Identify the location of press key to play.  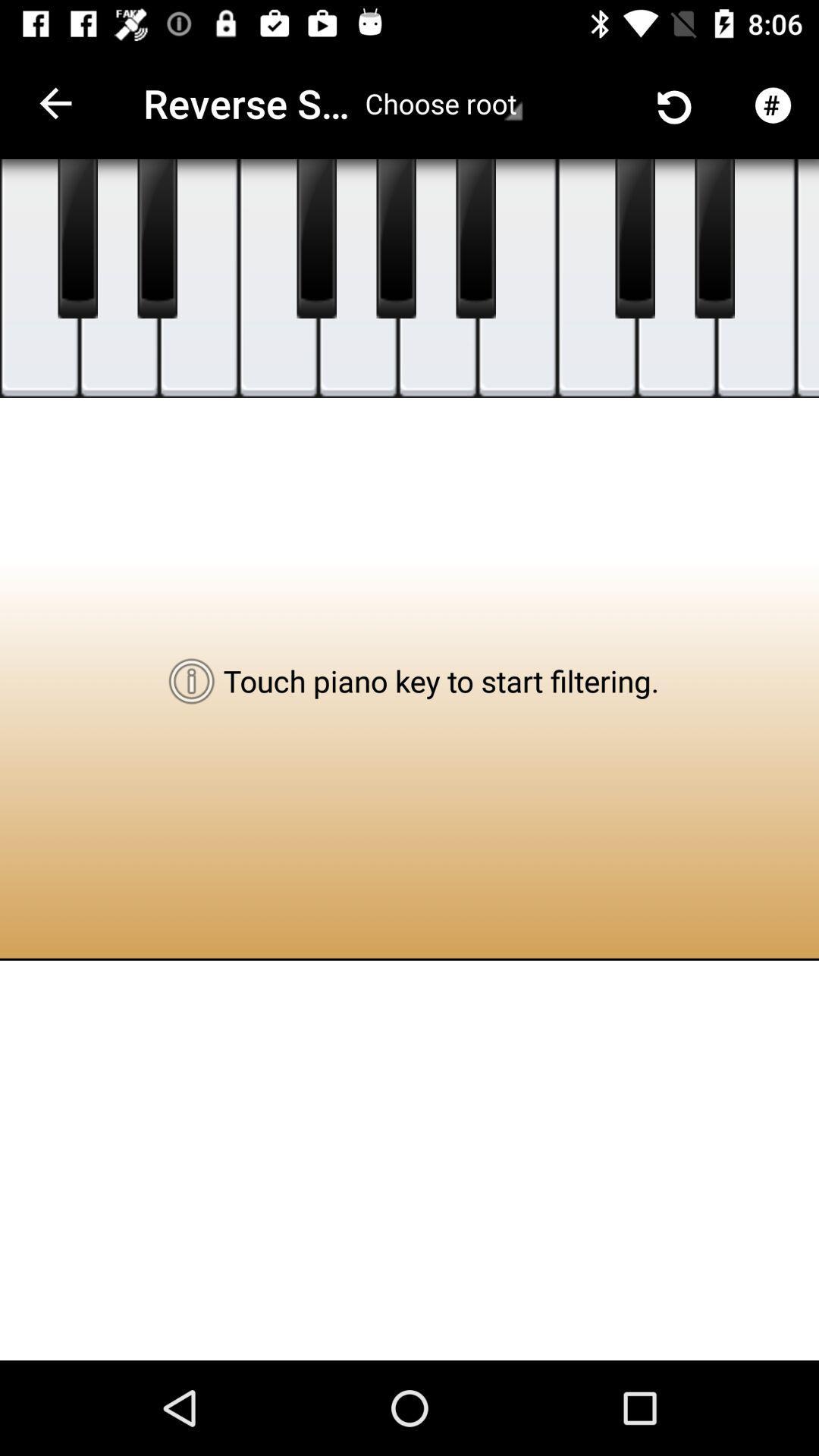
(315, 238).